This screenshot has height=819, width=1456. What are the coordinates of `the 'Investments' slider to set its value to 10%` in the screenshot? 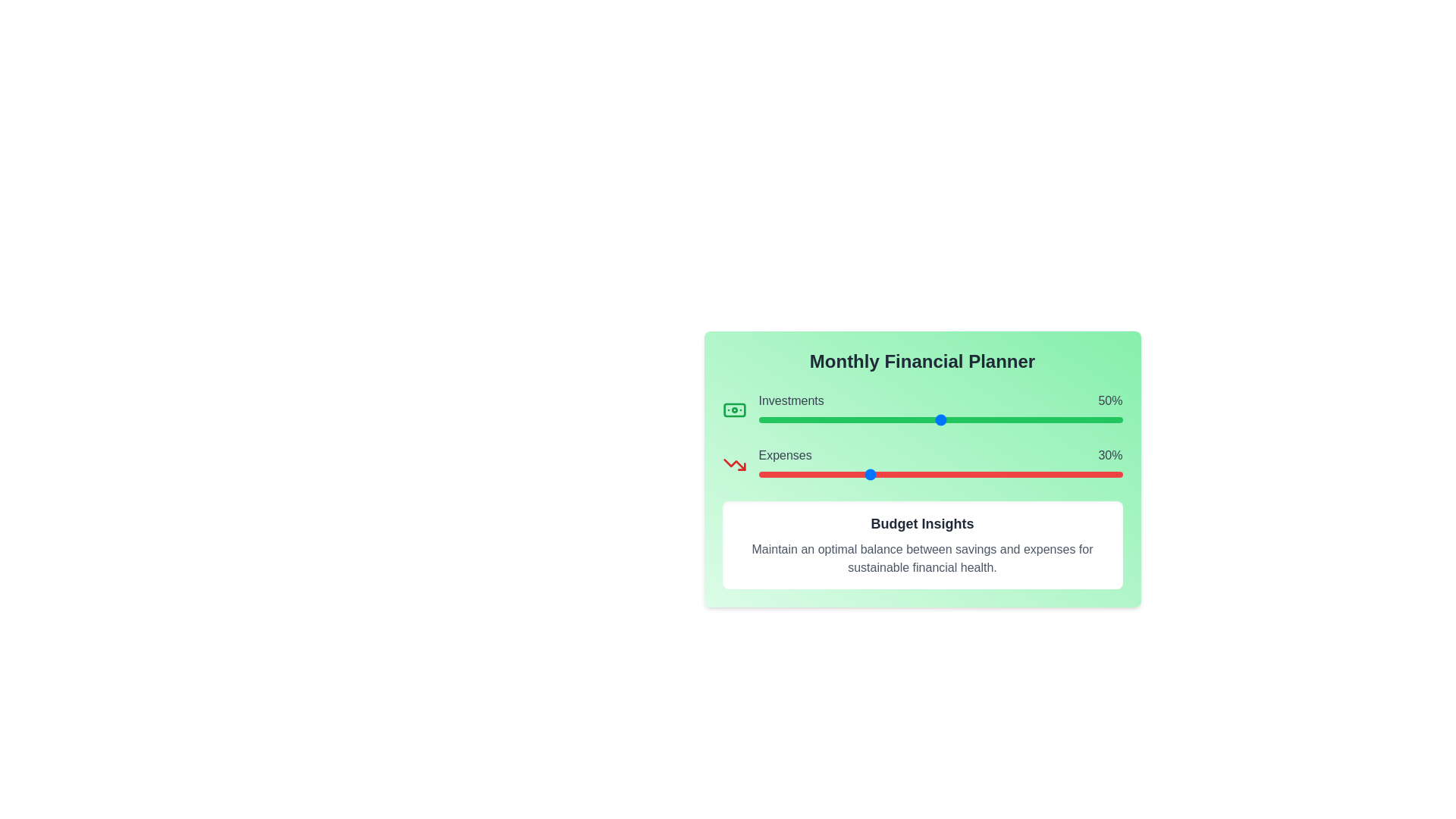 It's located at (794, 420).